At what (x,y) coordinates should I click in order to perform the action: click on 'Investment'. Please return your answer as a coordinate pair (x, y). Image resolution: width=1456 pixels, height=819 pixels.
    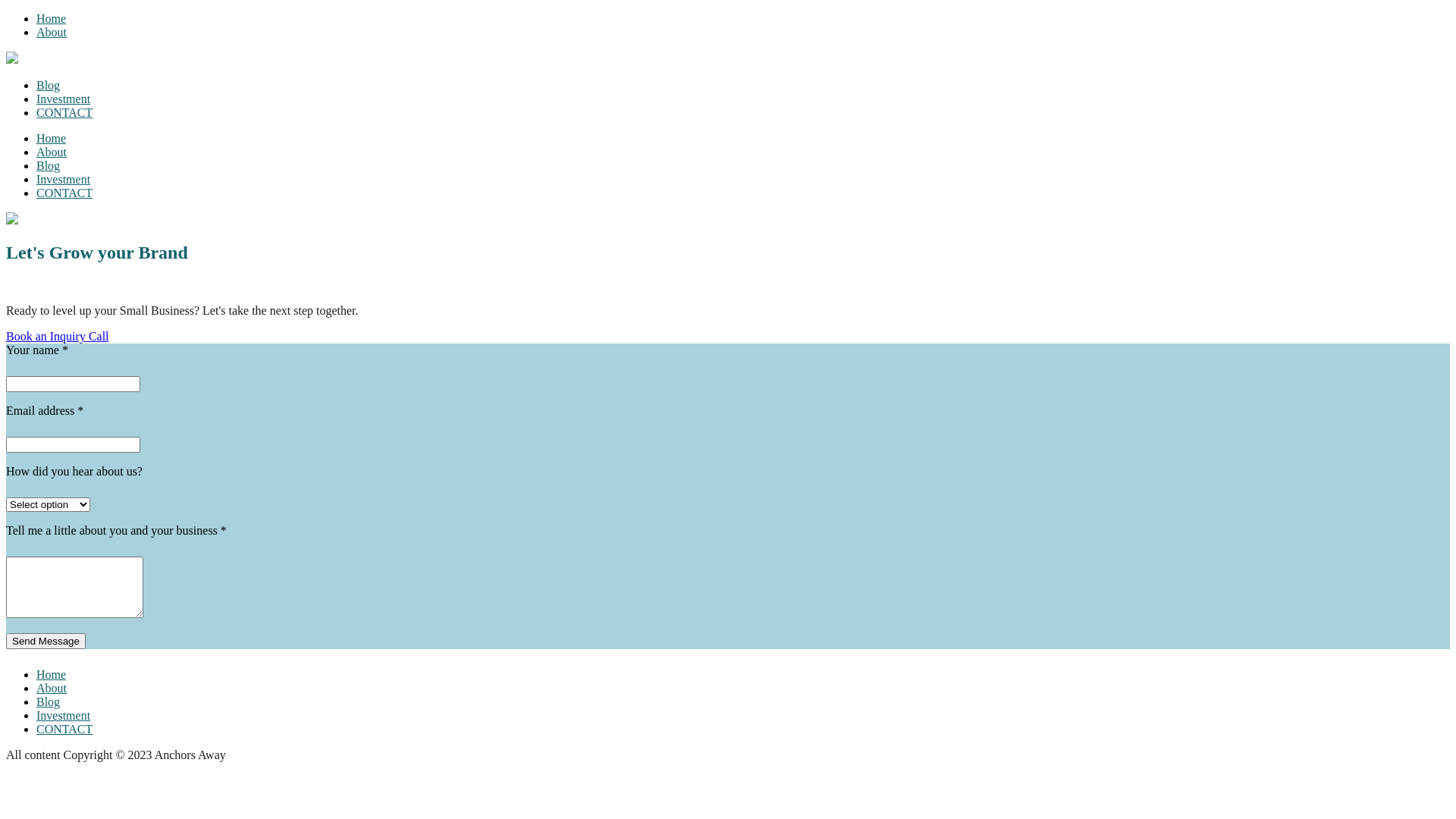
    Looking at the image, I should click on (62, 99).